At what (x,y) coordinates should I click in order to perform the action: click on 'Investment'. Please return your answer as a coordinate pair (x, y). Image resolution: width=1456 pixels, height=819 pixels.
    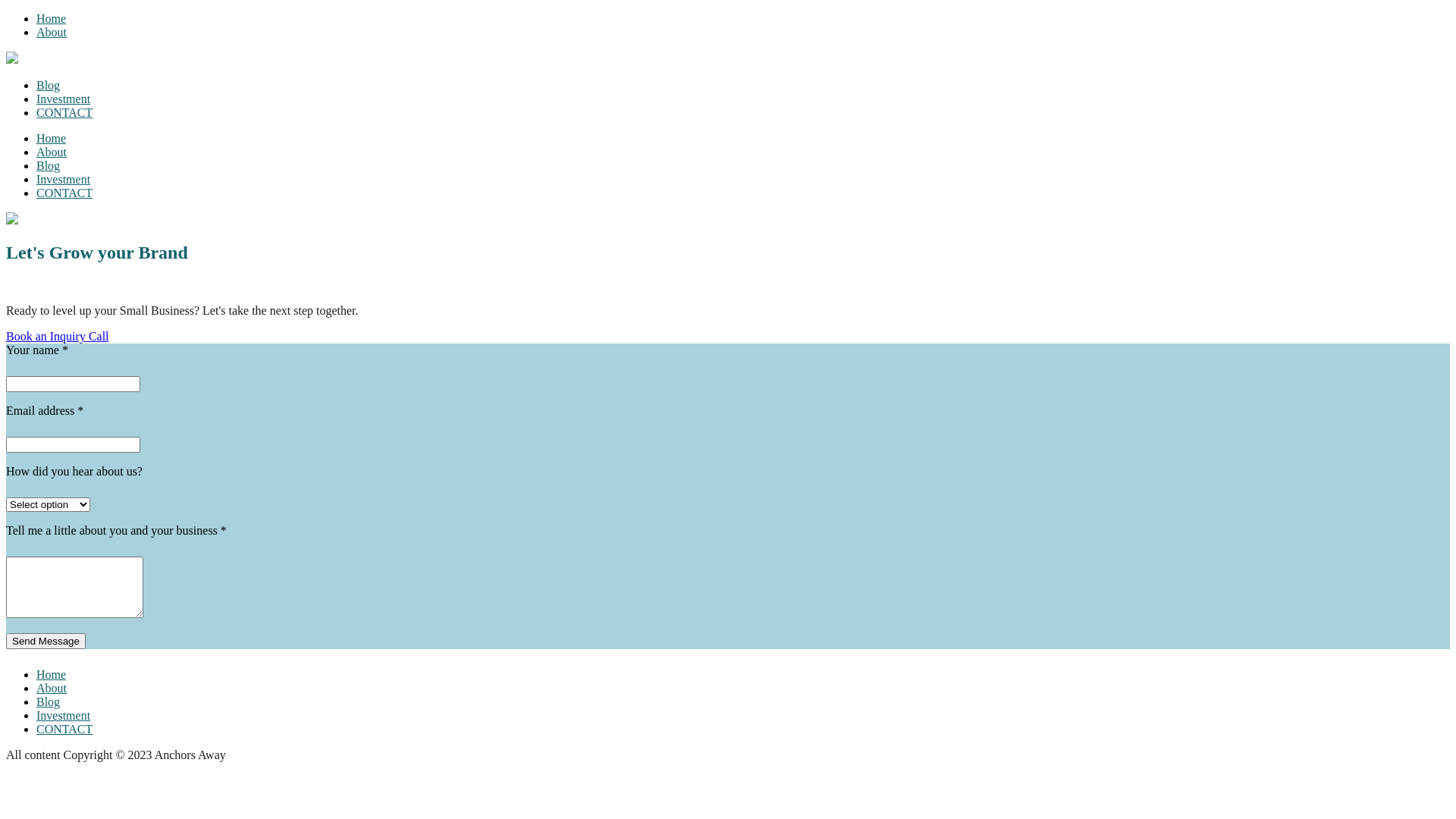
    Looking at the image, I should click on (62, 99).